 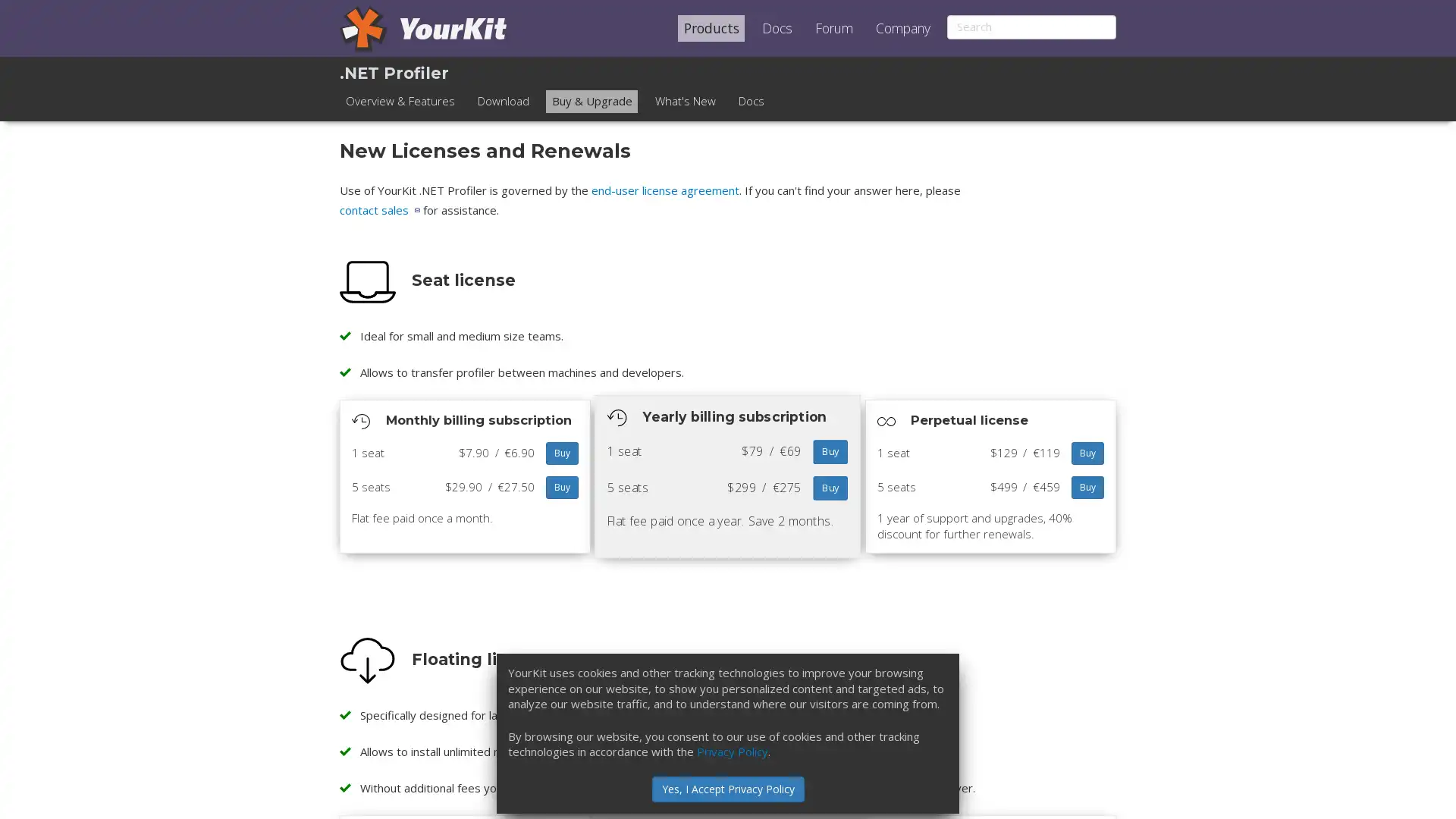 I want to click on Buy, so click(x=1086, y=488).